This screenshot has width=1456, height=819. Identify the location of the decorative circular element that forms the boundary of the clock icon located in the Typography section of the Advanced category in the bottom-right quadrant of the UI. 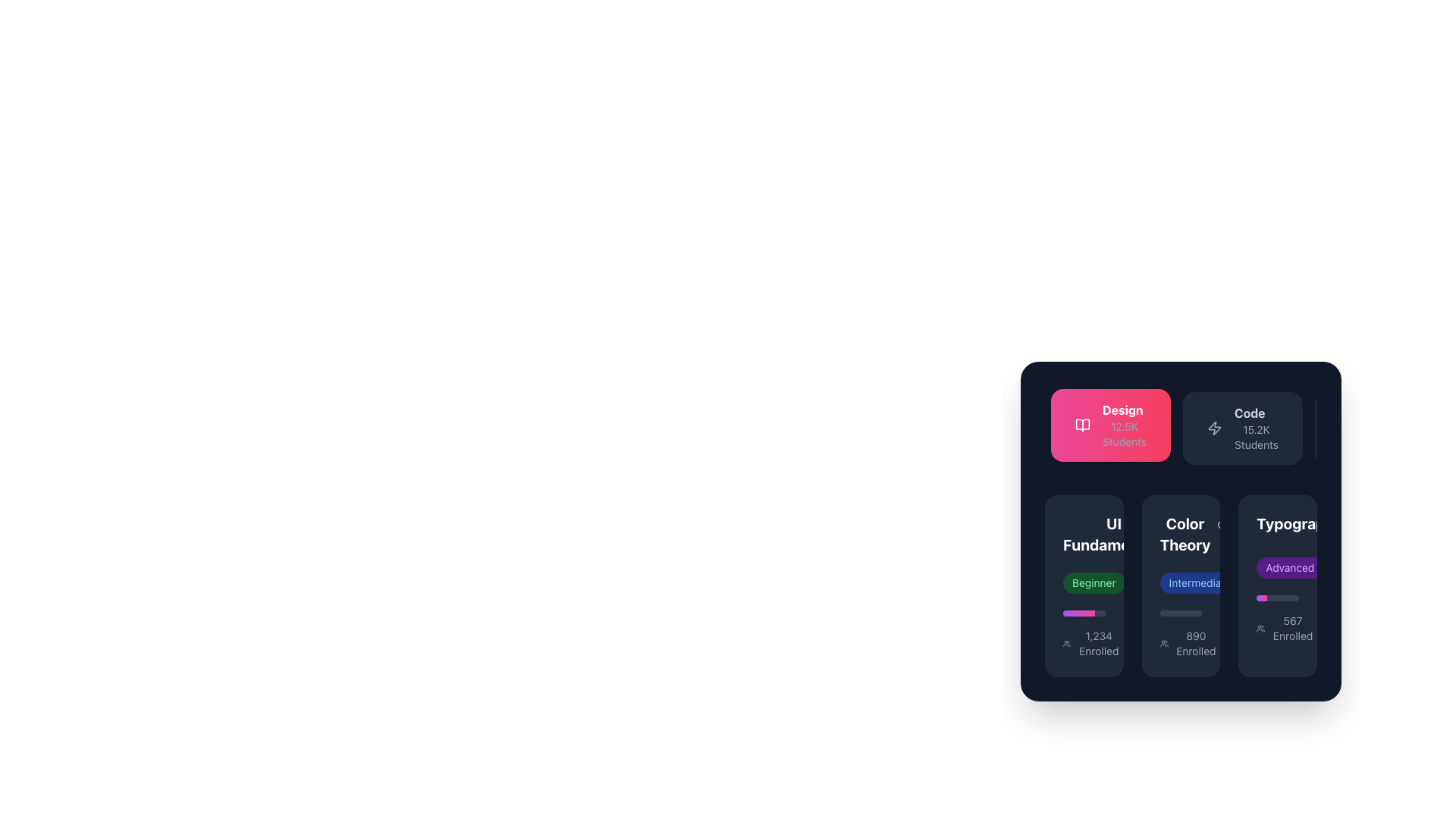
(1256, 582).